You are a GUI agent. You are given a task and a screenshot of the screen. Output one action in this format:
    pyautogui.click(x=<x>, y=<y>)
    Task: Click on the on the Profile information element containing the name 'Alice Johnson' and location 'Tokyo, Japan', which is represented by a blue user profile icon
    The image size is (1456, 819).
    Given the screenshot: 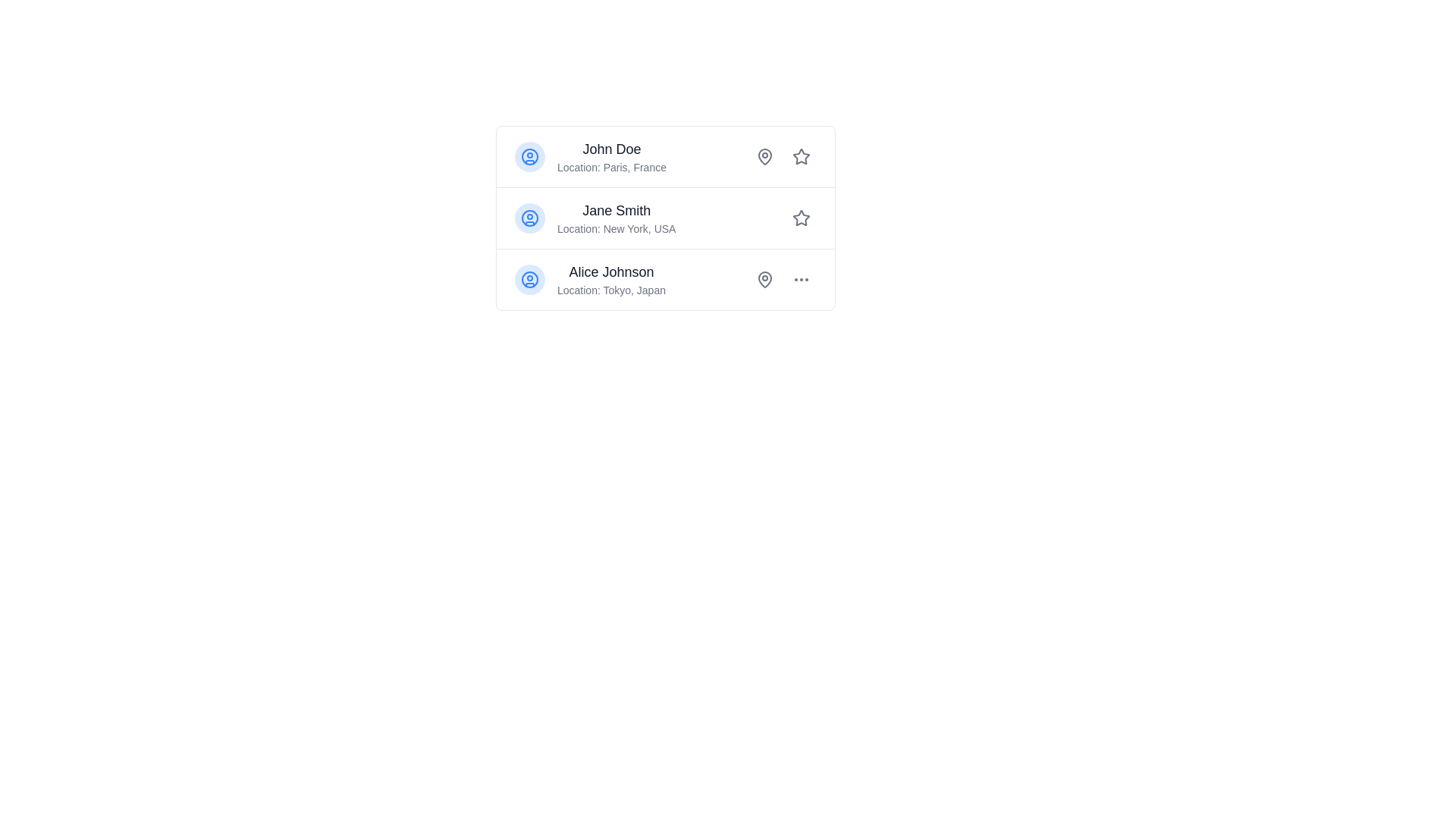 What is the action you would take?
    pyautogui.click(x=588, y=280)
    